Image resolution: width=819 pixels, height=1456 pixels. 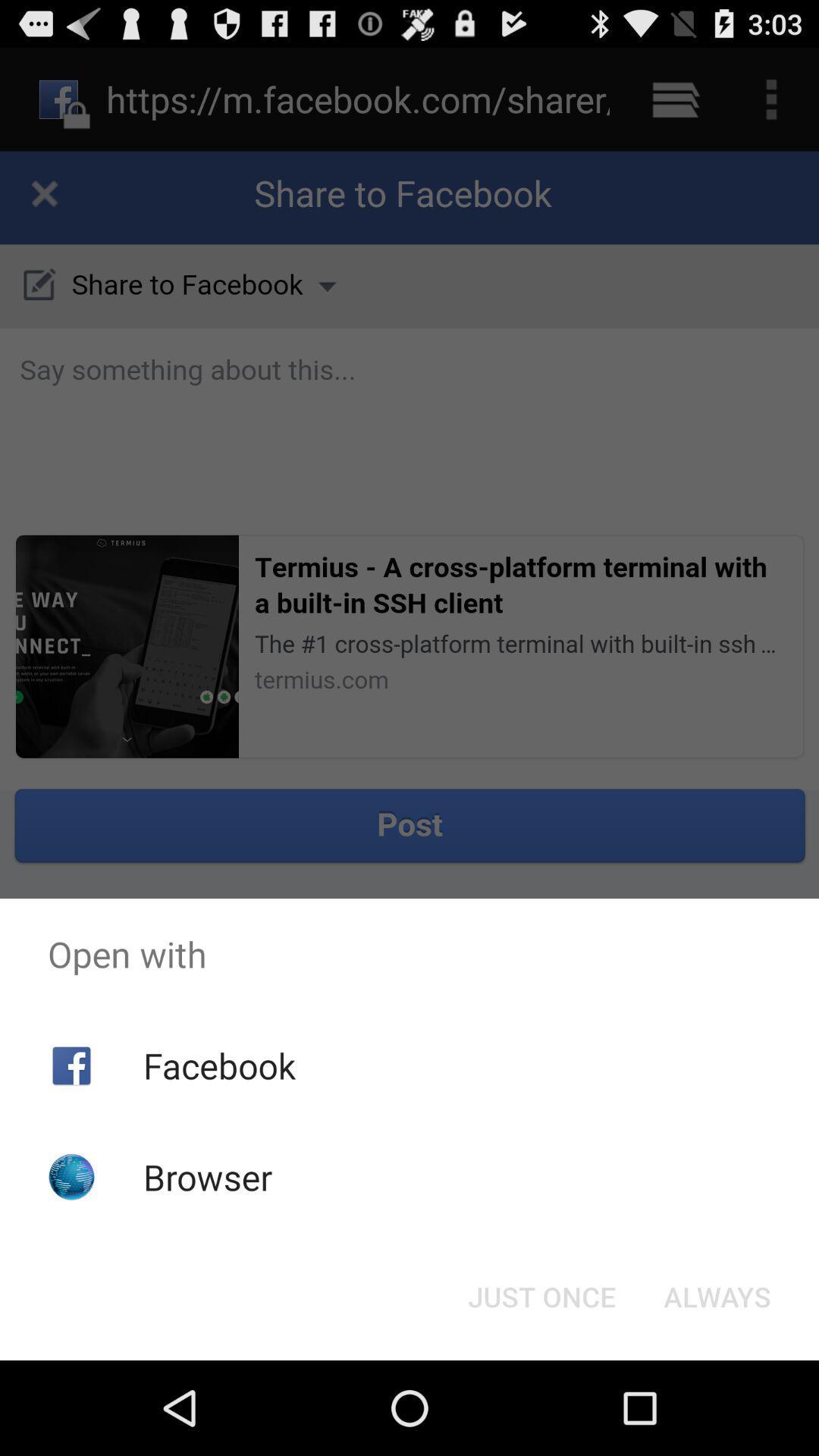 What do you see at coordinates (541, 1295) in the screenshot?
I see `item next to always button` at bounding box center [541, 1295].